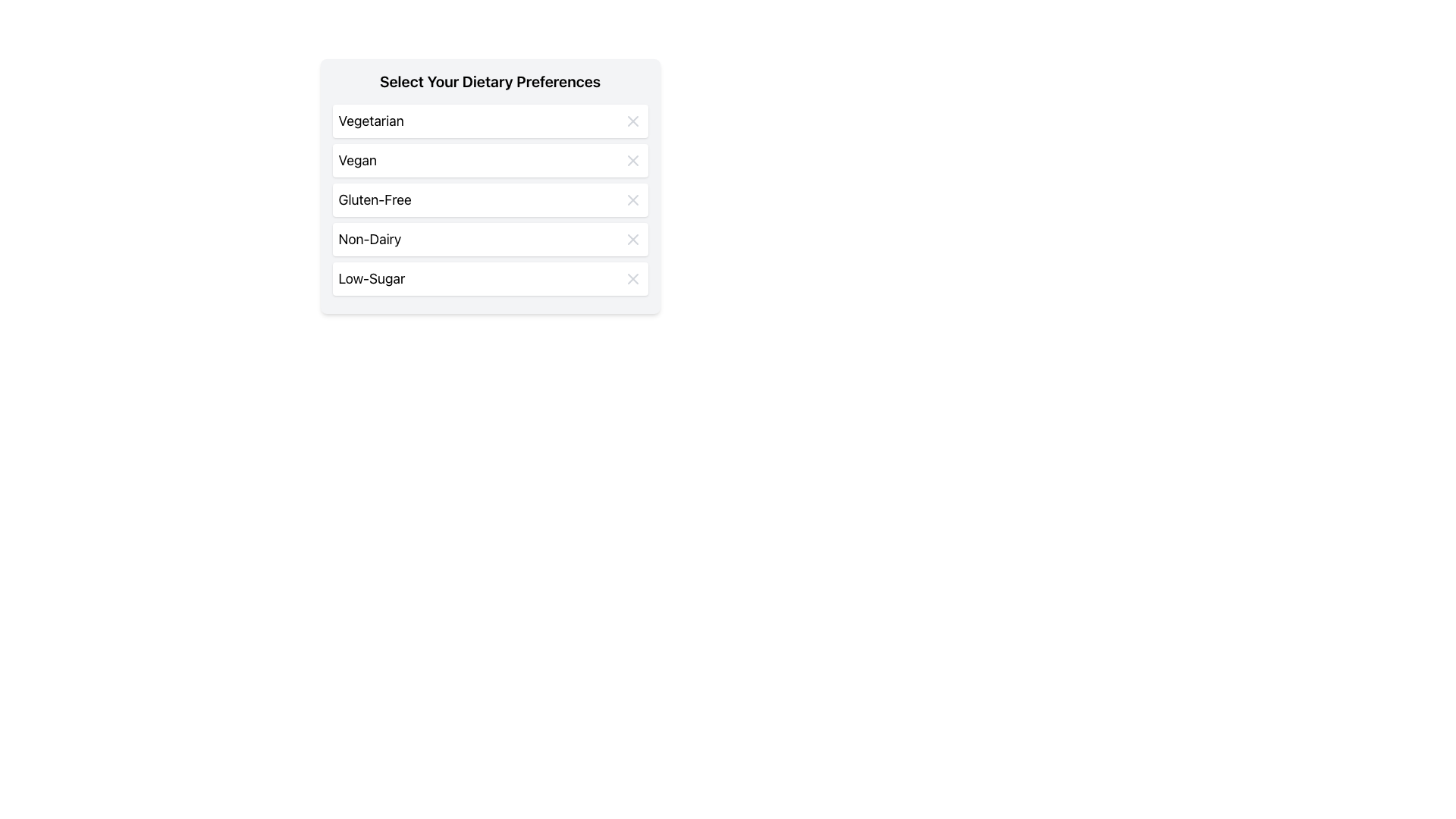 Image resolution: width=1456 pixels, height=819 pixels. What do you see at coordinates (632, 120) in the screenshot?
I see `the close button styled as an 'X' located to the far right of the 'Vegetarian' text for potential visual feedback` at bounding box center [632, 120].